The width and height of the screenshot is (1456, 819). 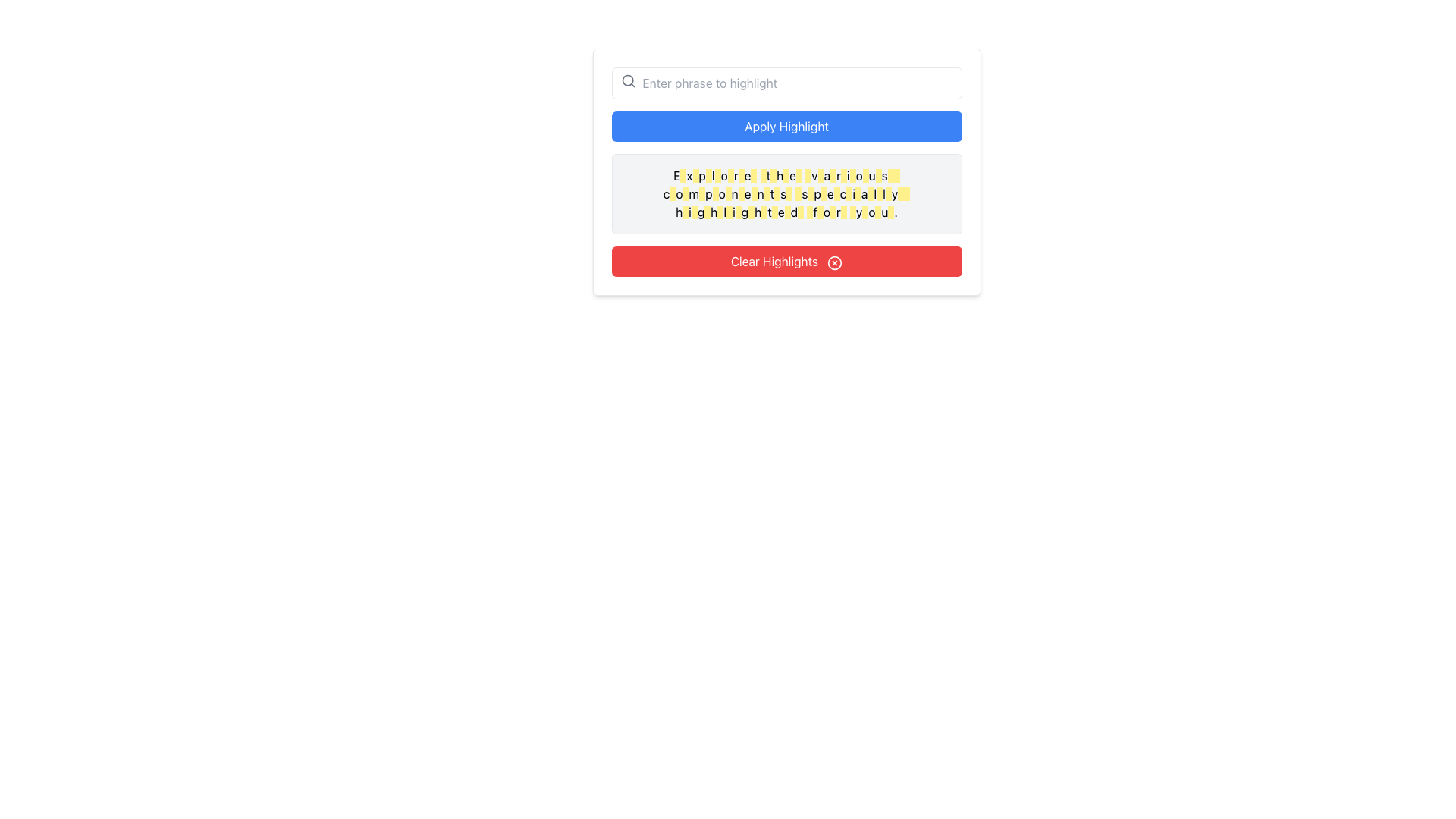 What do you see at coordinates (891, 212) in the screenshot?
I see `the highlighted text area that draws attention to the segment 'Explore the various components specially highlighted for you.' This highlight is located at the bottom-right corner of the text block` at bounding box center [891, 212].